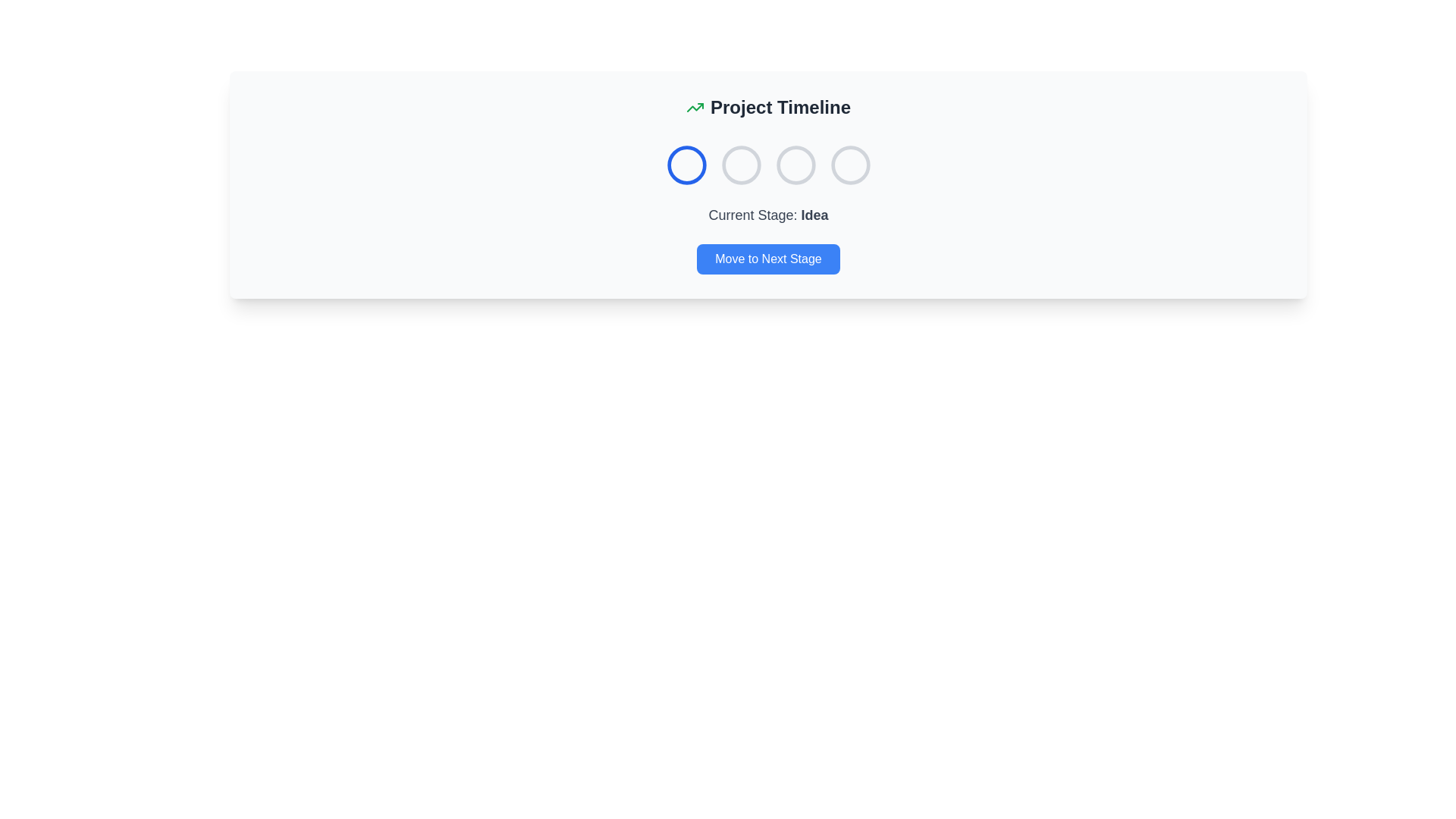 The width and height of the screenshot is (1456, 819). Describe the element at coordinates (741, 165) in the screenshot. I see `the status of the second circle icon in the Project Timeline, which indicates the second stage of the multi-step progress timeline` at that location.